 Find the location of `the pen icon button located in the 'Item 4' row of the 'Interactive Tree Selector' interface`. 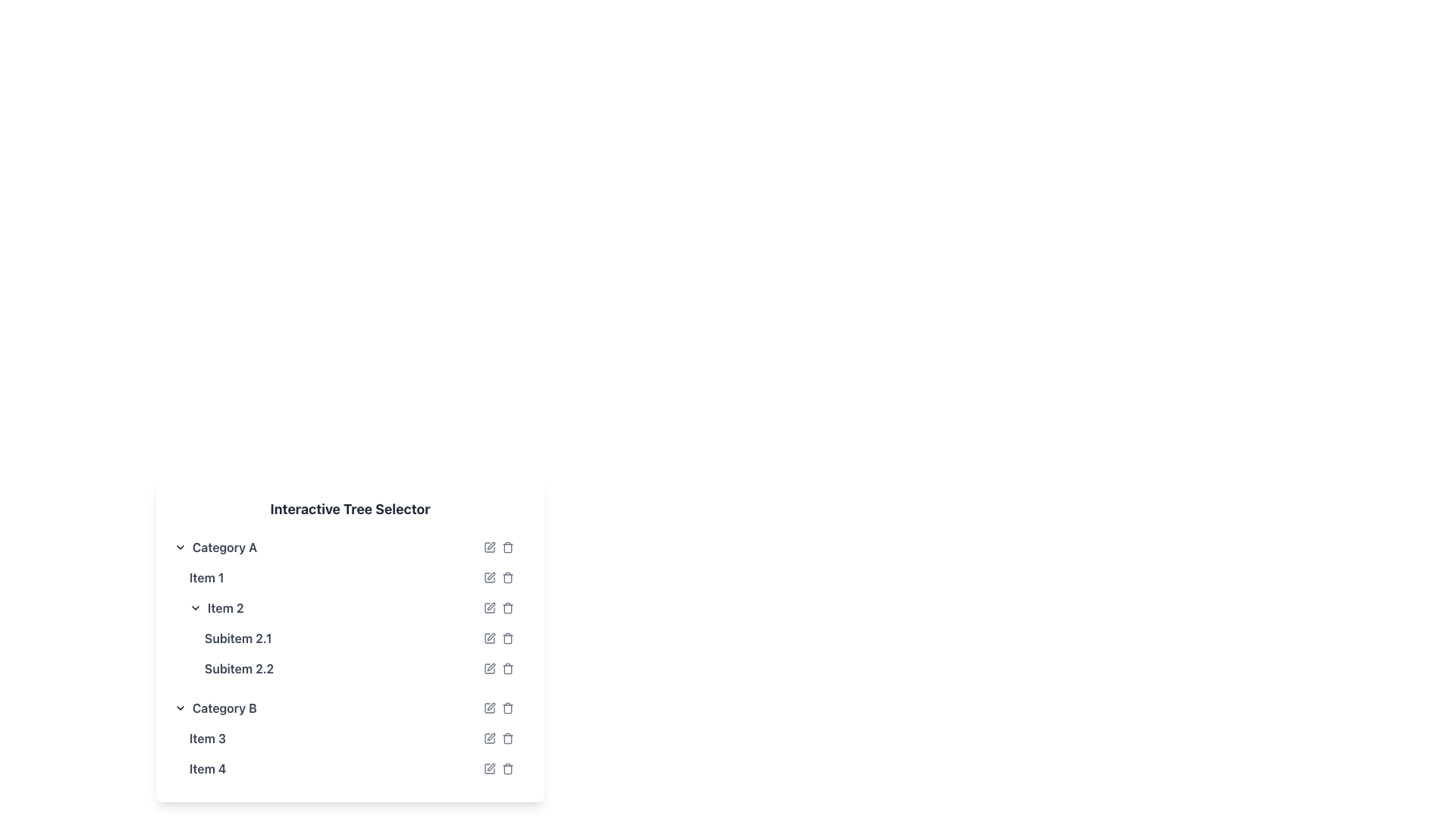

the pen icon button located in the 'Item 4' row of the 'Interactive Tree Selector' interface is located at coordinates (491, 767).